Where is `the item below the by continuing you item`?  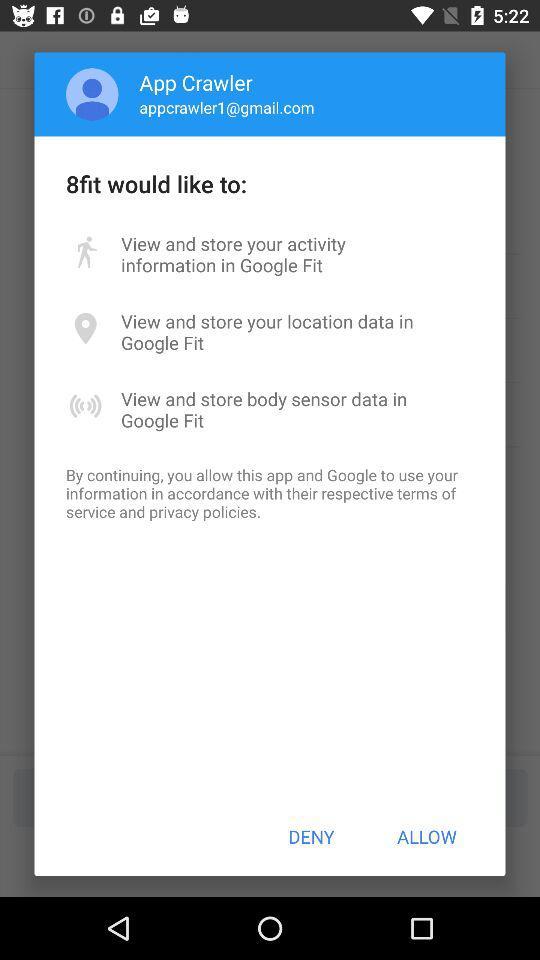 the item below the by continuing you item is located at coordinates (311, 836).